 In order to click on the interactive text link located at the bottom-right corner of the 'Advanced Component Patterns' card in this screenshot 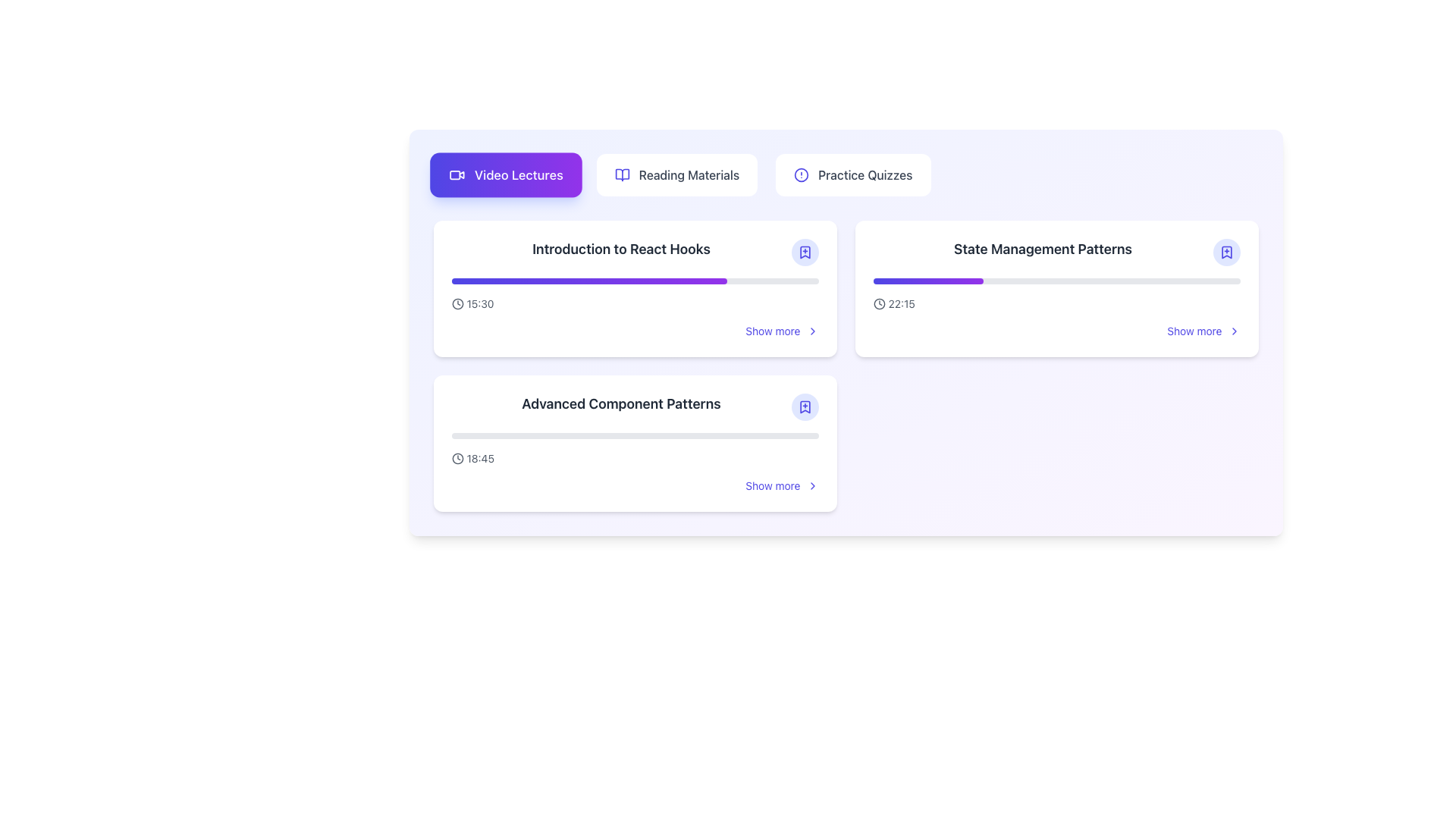, I will do `click(773, 485)`.